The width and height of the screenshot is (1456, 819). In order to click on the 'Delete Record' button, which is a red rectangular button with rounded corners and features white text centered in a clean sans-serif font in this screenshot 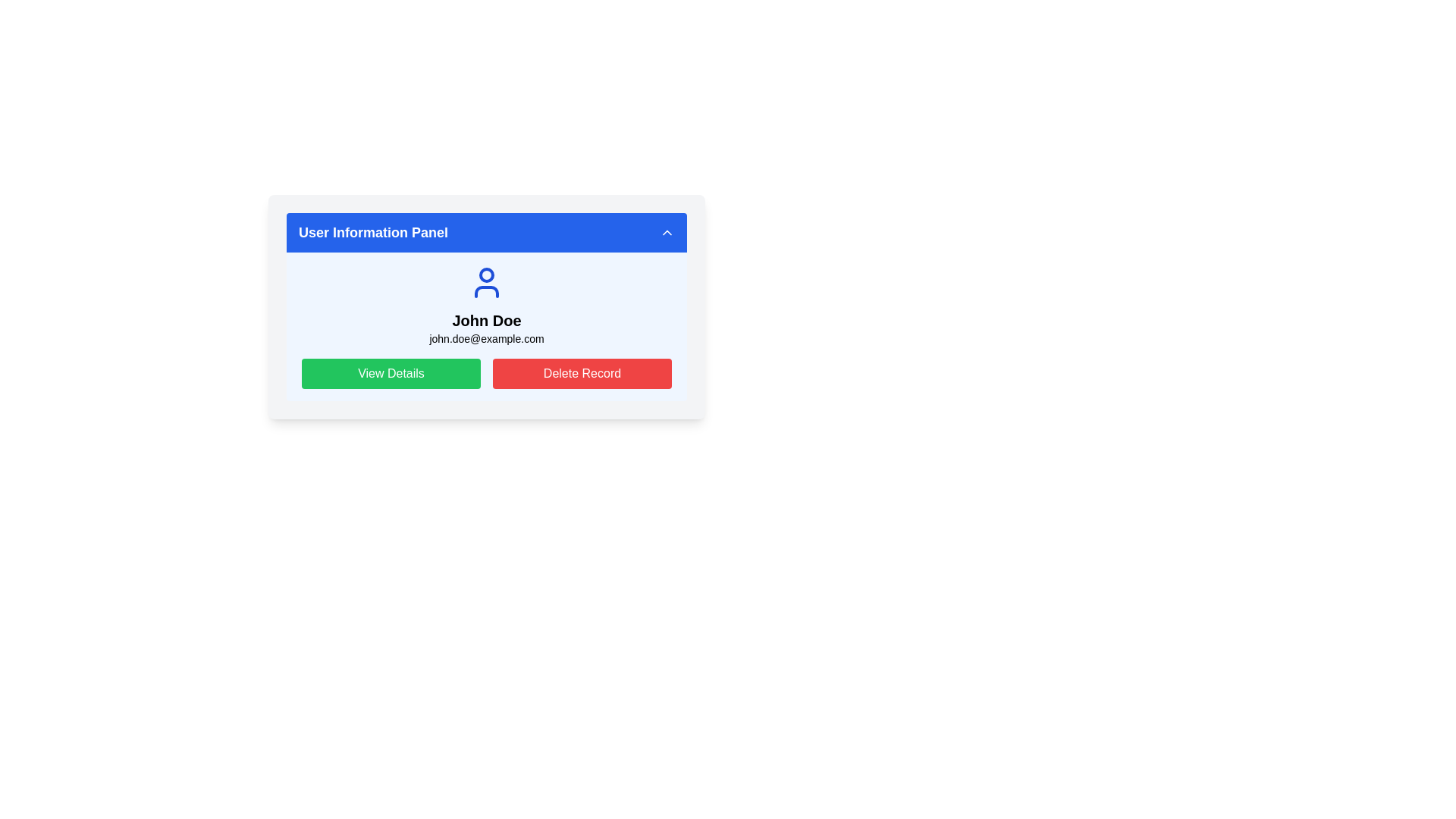, I will do `click(582, 374)`.